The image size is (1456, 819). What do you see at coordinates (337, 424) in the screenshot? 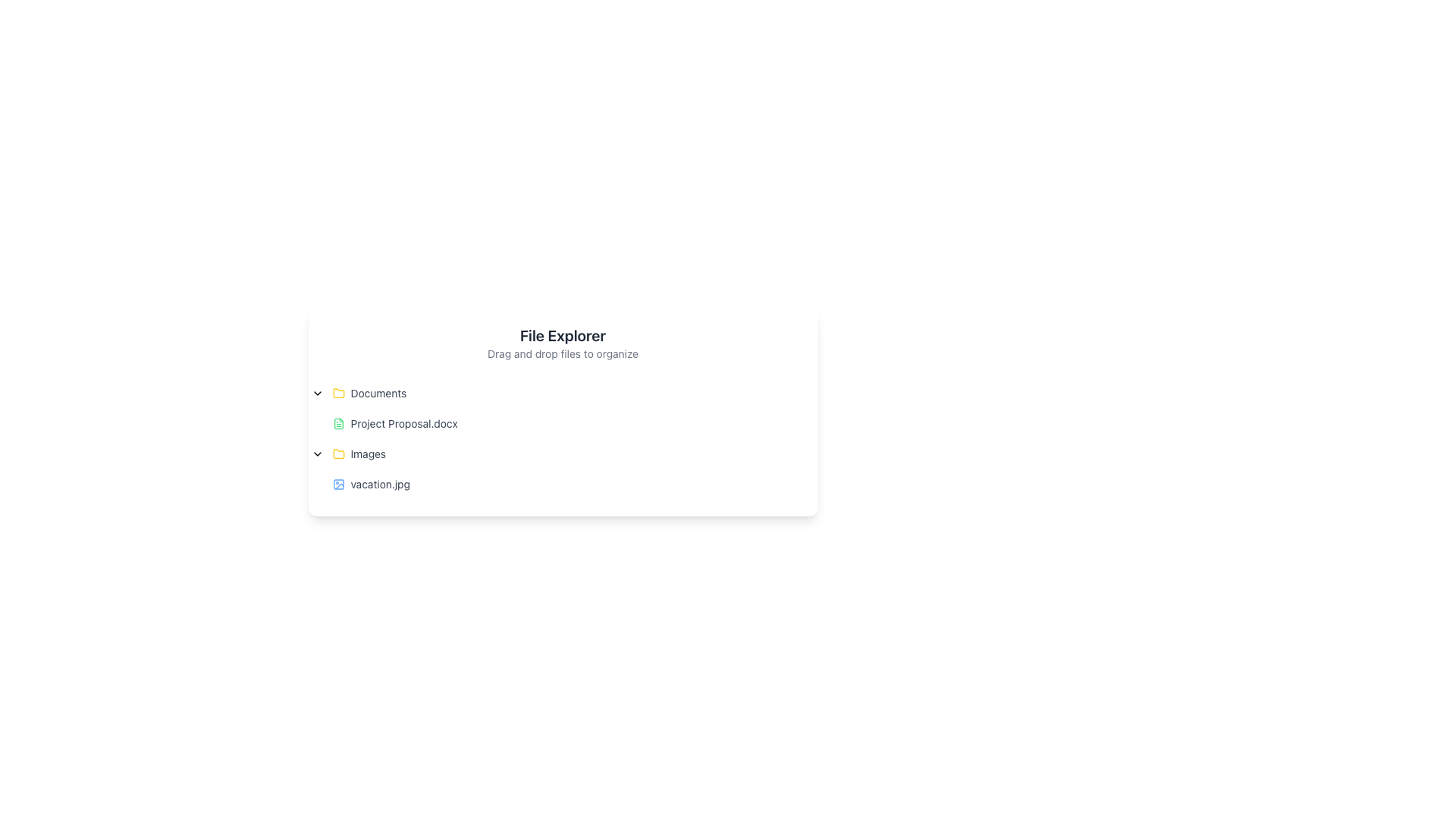
I see `the small green file document icon located next to the file name 'Project Proposal.docx' in the file explorer interface` at bounding box center [337, 424].